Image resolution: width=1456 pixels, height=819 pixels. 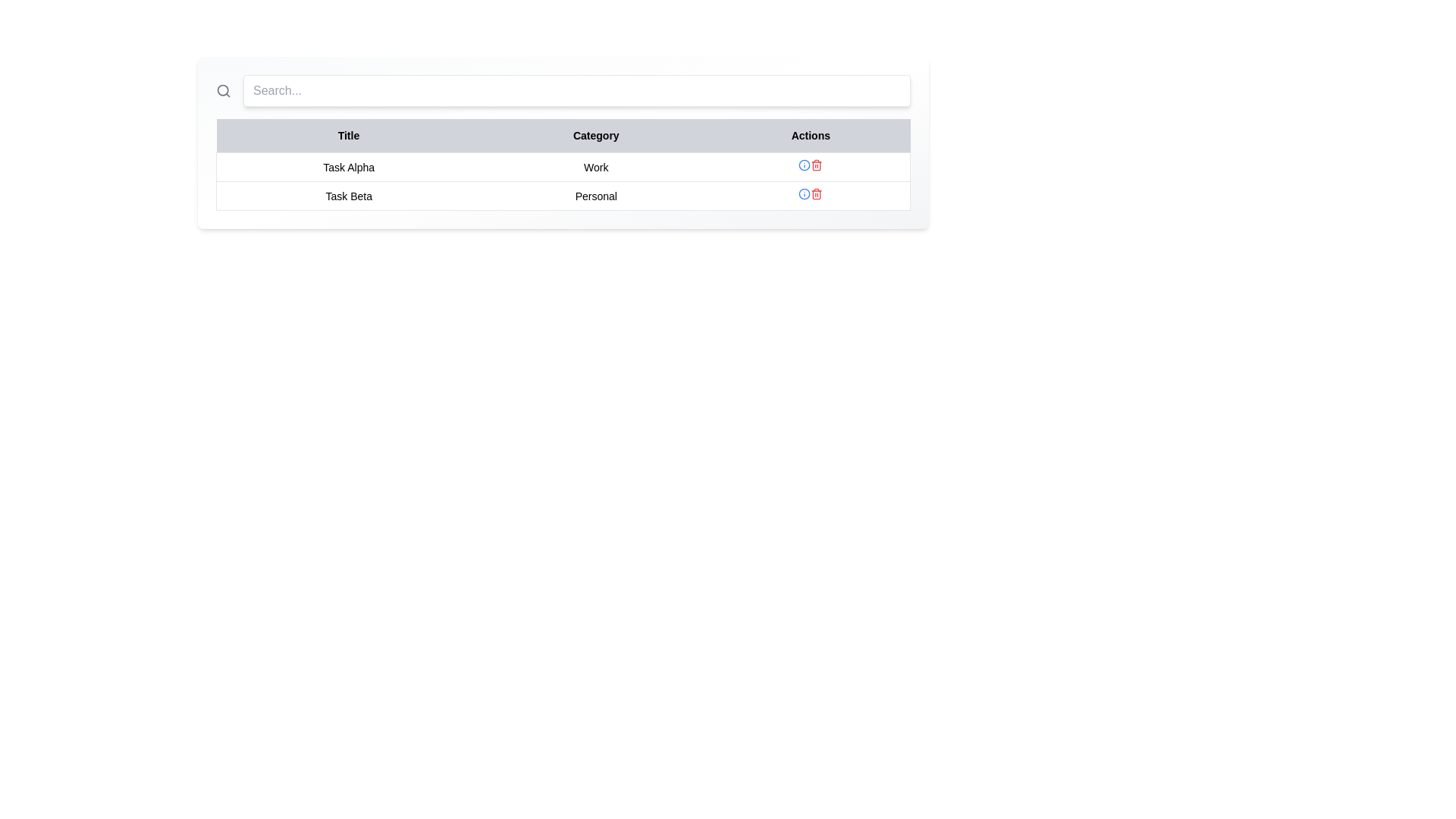 I want to click on the circular element of the search icon that represents the lens component, located in the upper-left corner of the user interface, so click(x=222, y=90).